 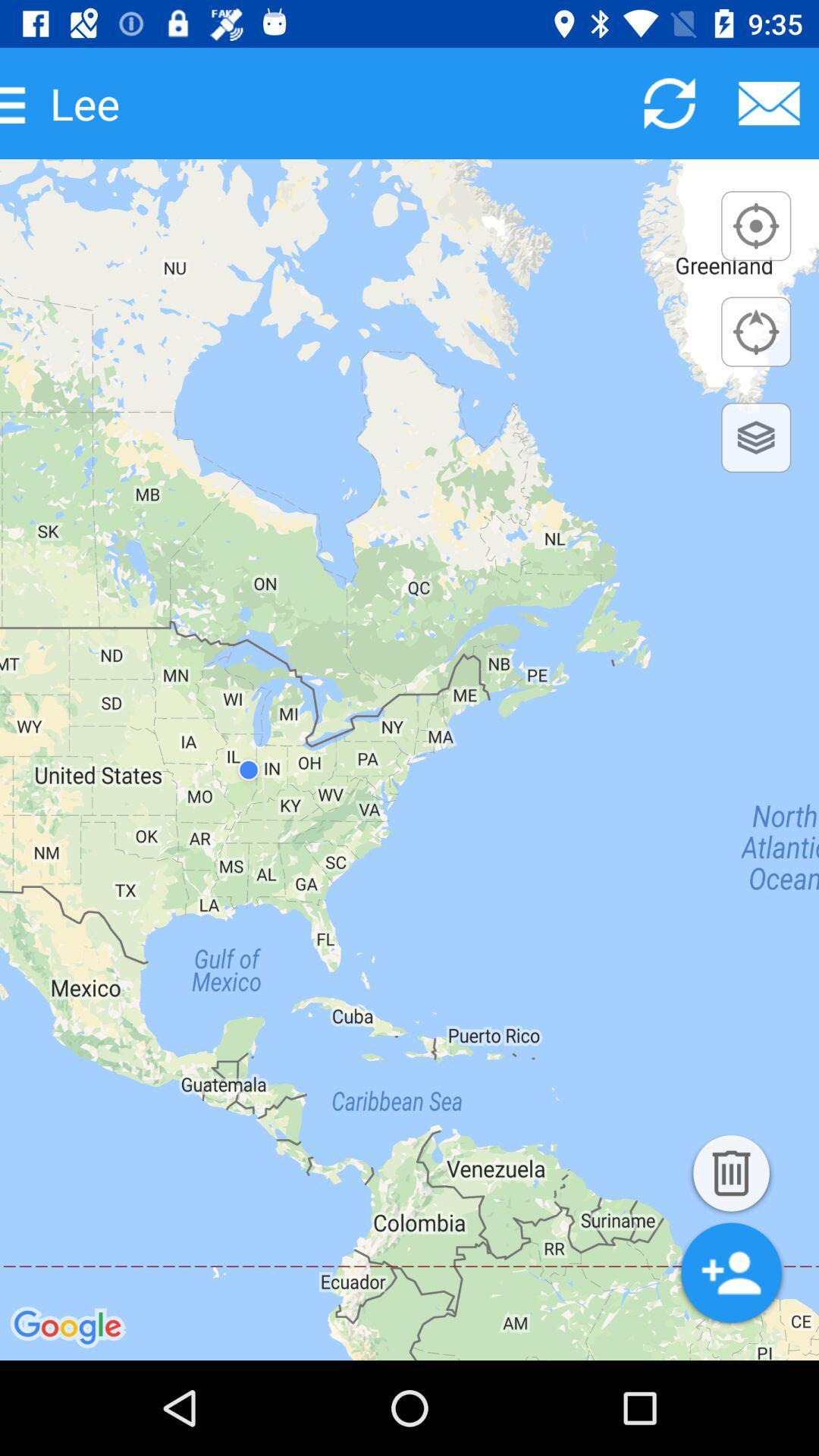 What do you see at coordinates (669, 102) in the screenshot?
I see `reload page` at bounding box center [669, 102].